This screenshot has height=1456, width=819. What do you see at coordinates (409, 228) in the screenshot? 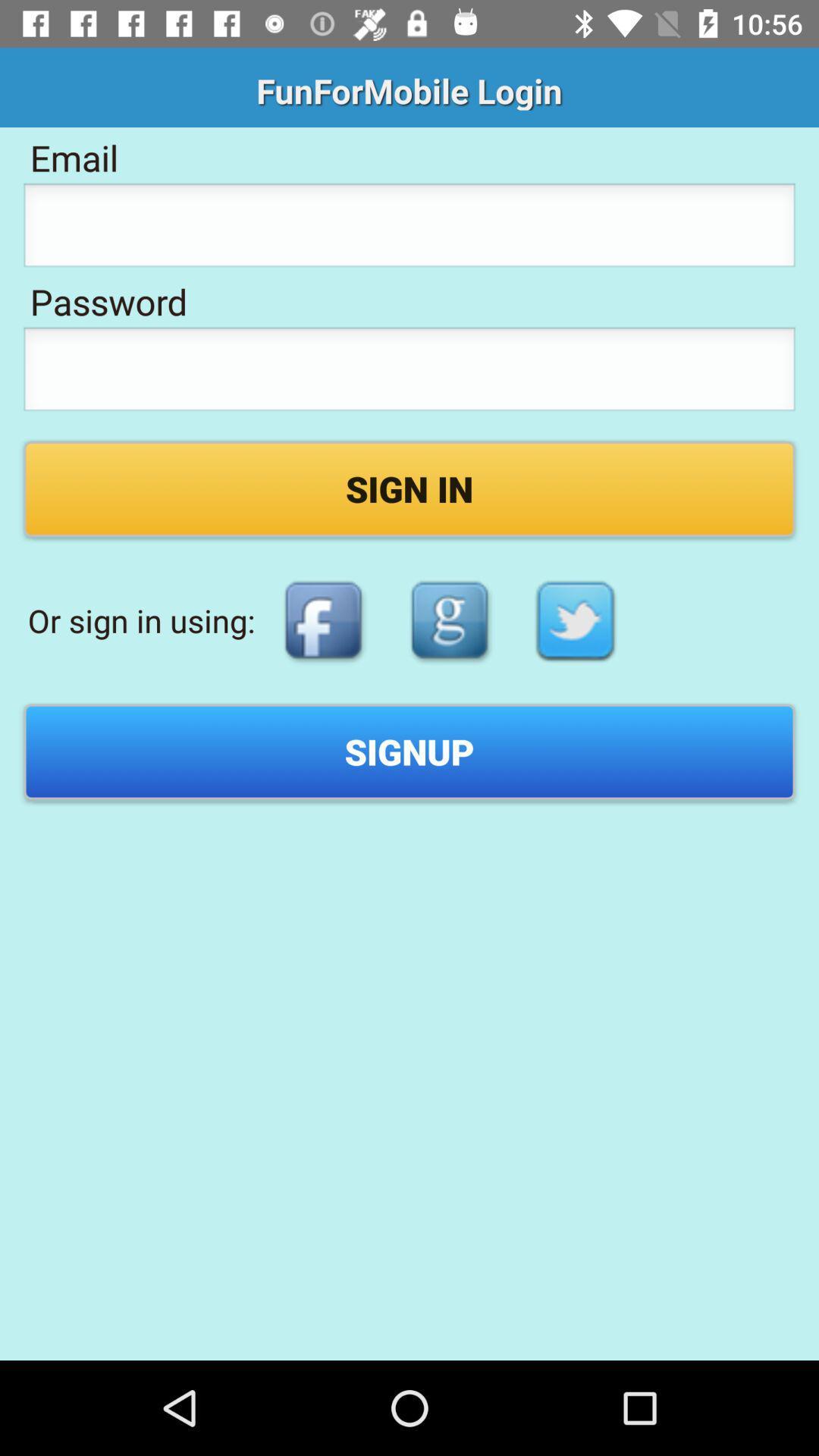
I see `email id` at bounding box center [409, 228].